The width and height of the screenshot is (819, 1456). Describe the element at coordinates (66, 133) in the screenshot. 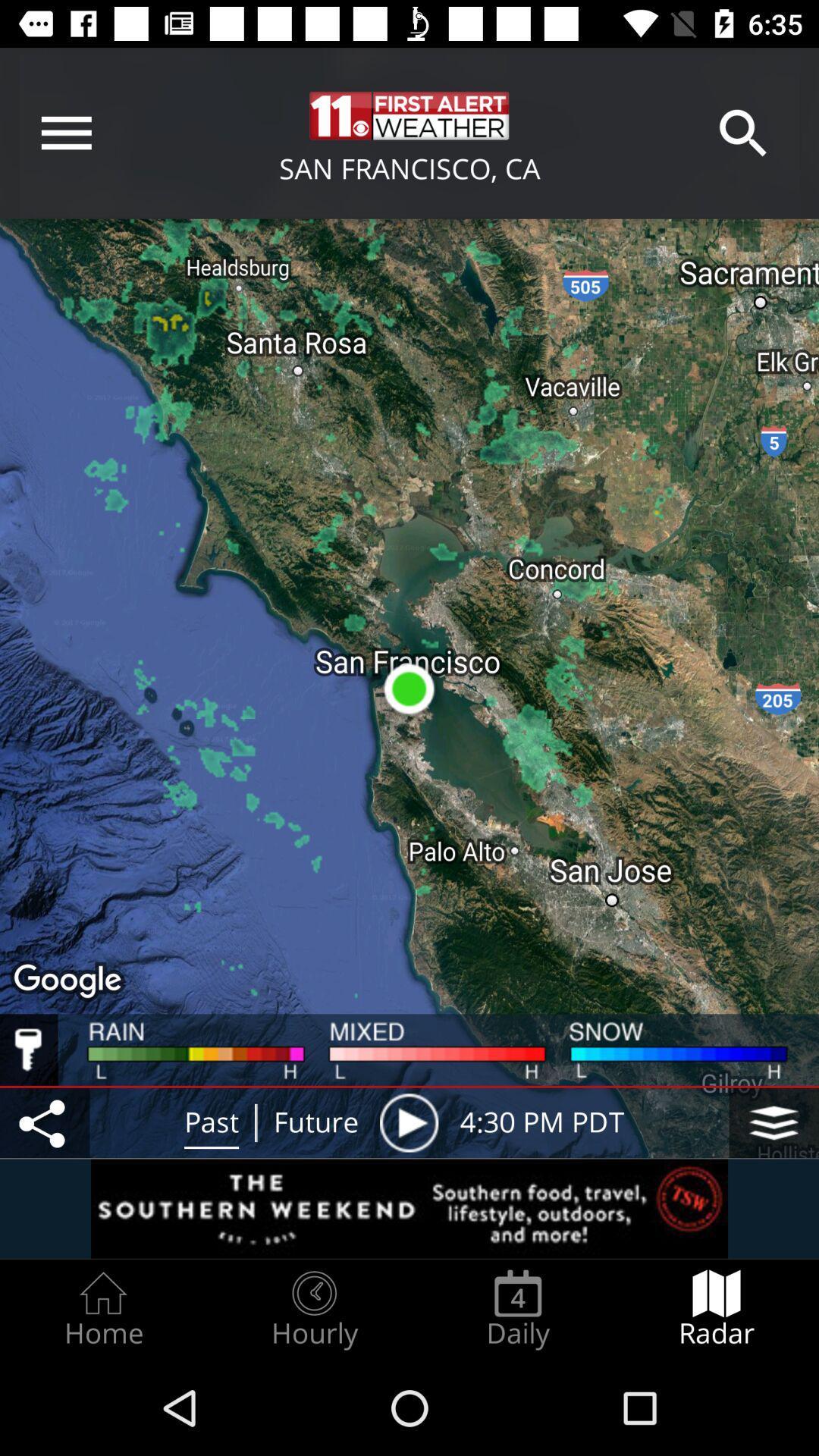

I see `the menu bar icon which is in the left topmost side` at that location.